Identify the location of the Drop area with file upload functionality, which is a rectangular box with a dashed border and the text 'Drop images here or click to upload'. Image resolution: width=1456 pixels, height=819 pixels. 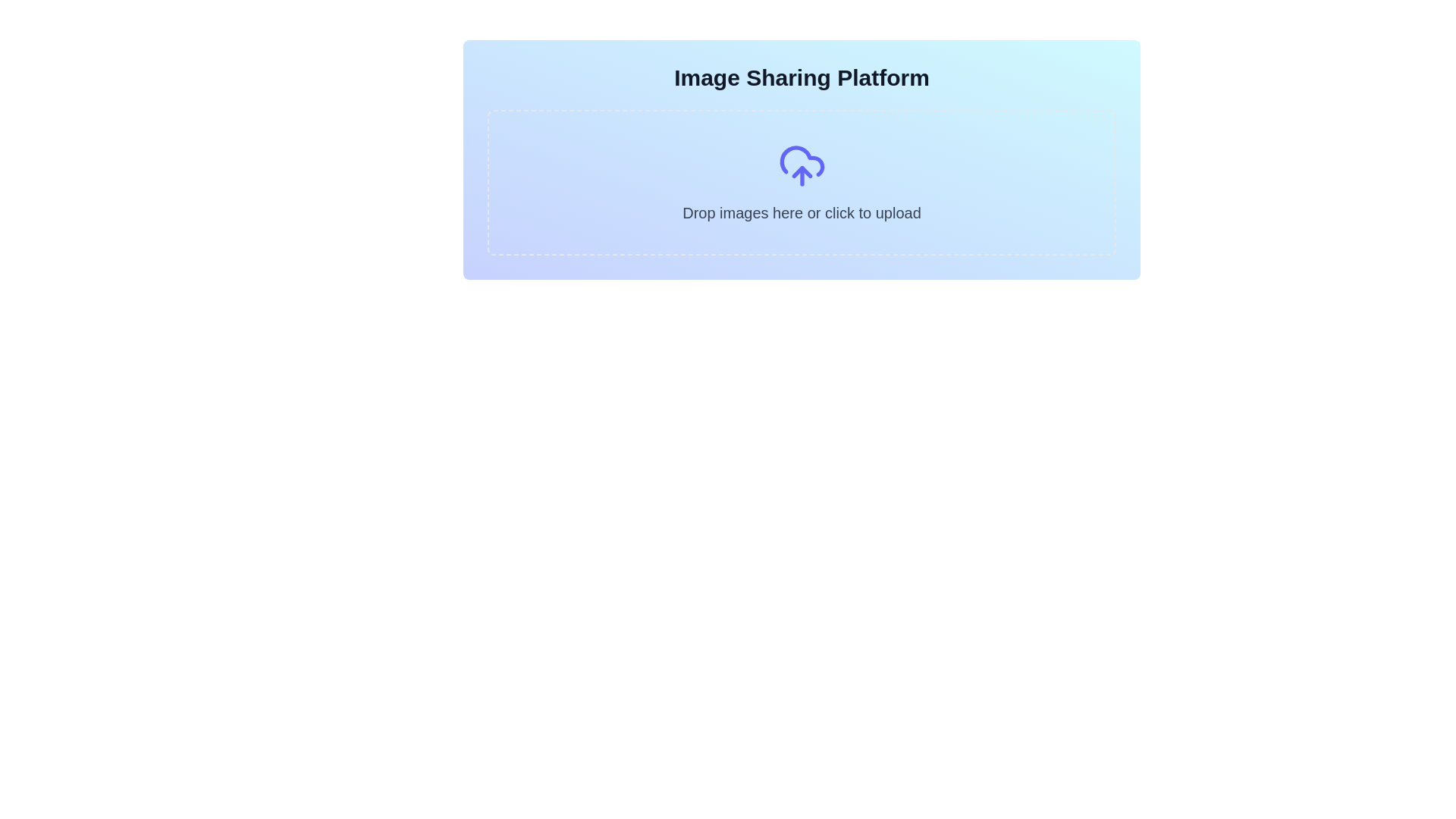
(801, 181).